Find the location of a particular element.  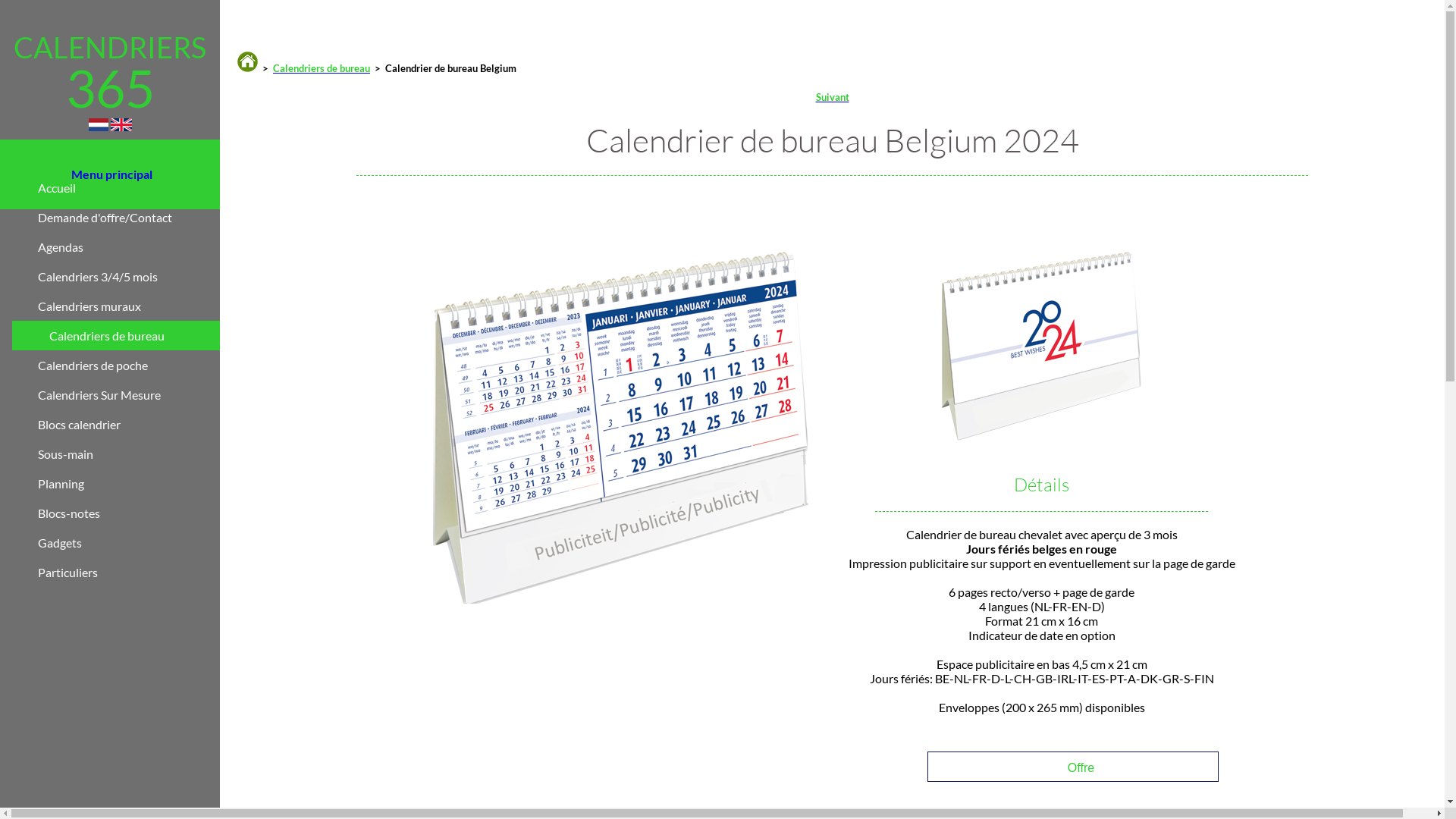

'Calendriers de poche' is located at coordinates (128, 365).